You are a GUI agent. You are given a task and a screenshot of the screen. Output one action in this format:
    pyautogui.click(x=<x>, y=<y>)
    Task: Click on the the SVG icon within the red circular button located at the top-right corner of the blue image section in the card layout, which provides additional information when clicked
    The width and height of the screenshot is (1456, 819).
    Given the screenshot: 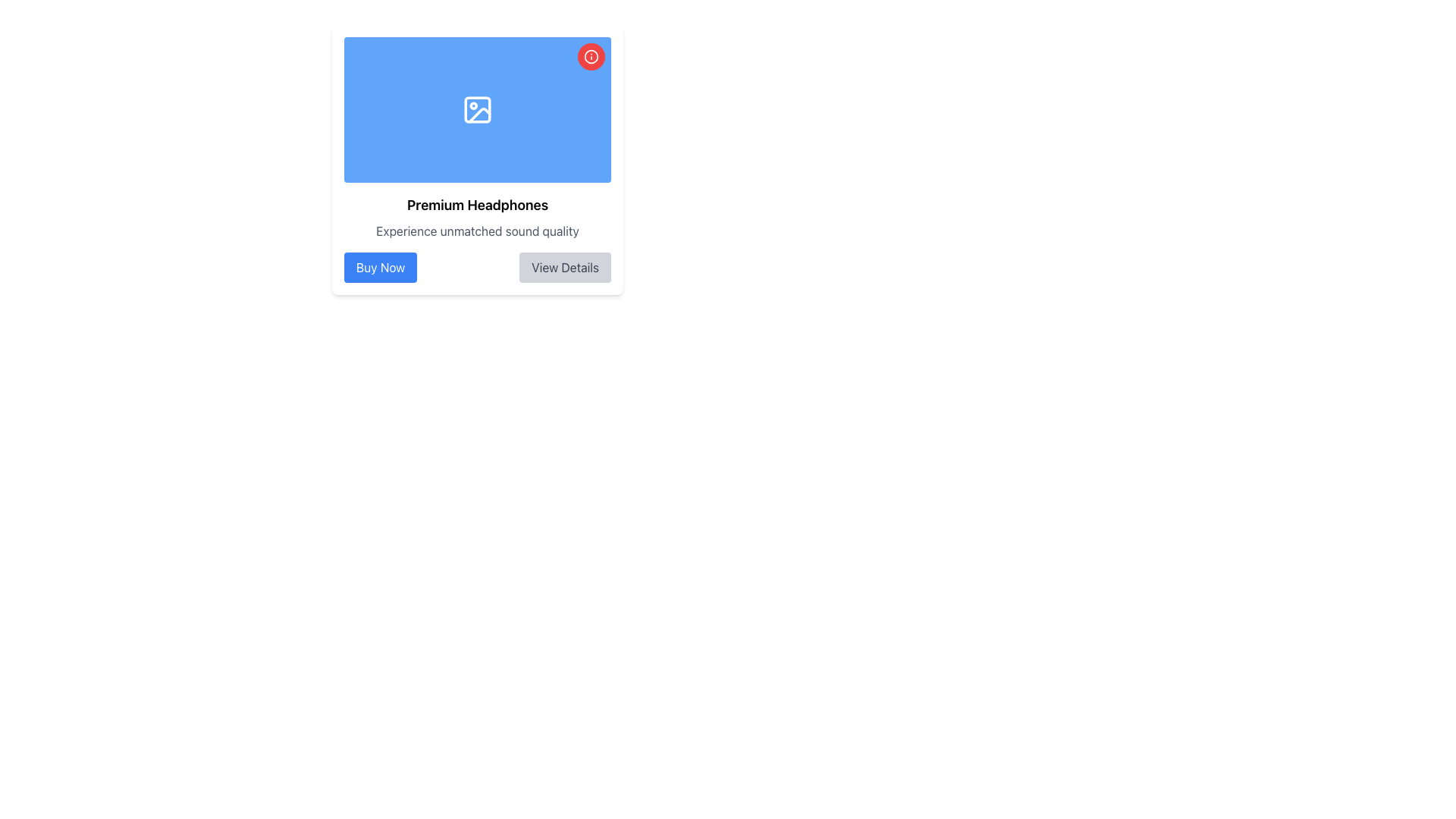 What is the action you would take?
    pyautogui.click(x=590, y=55)
    